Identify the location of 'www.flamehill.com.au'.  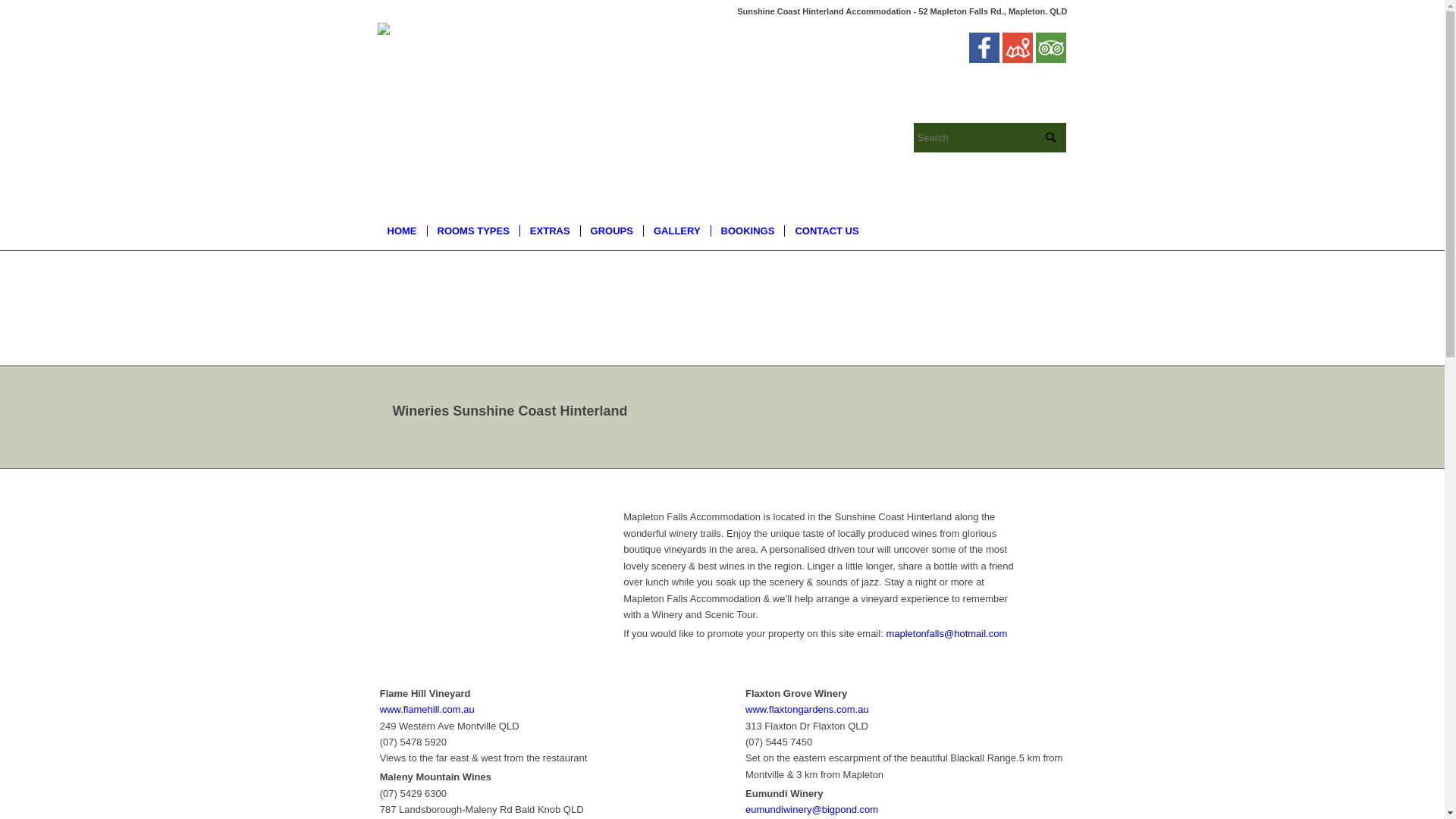
(426, 709).